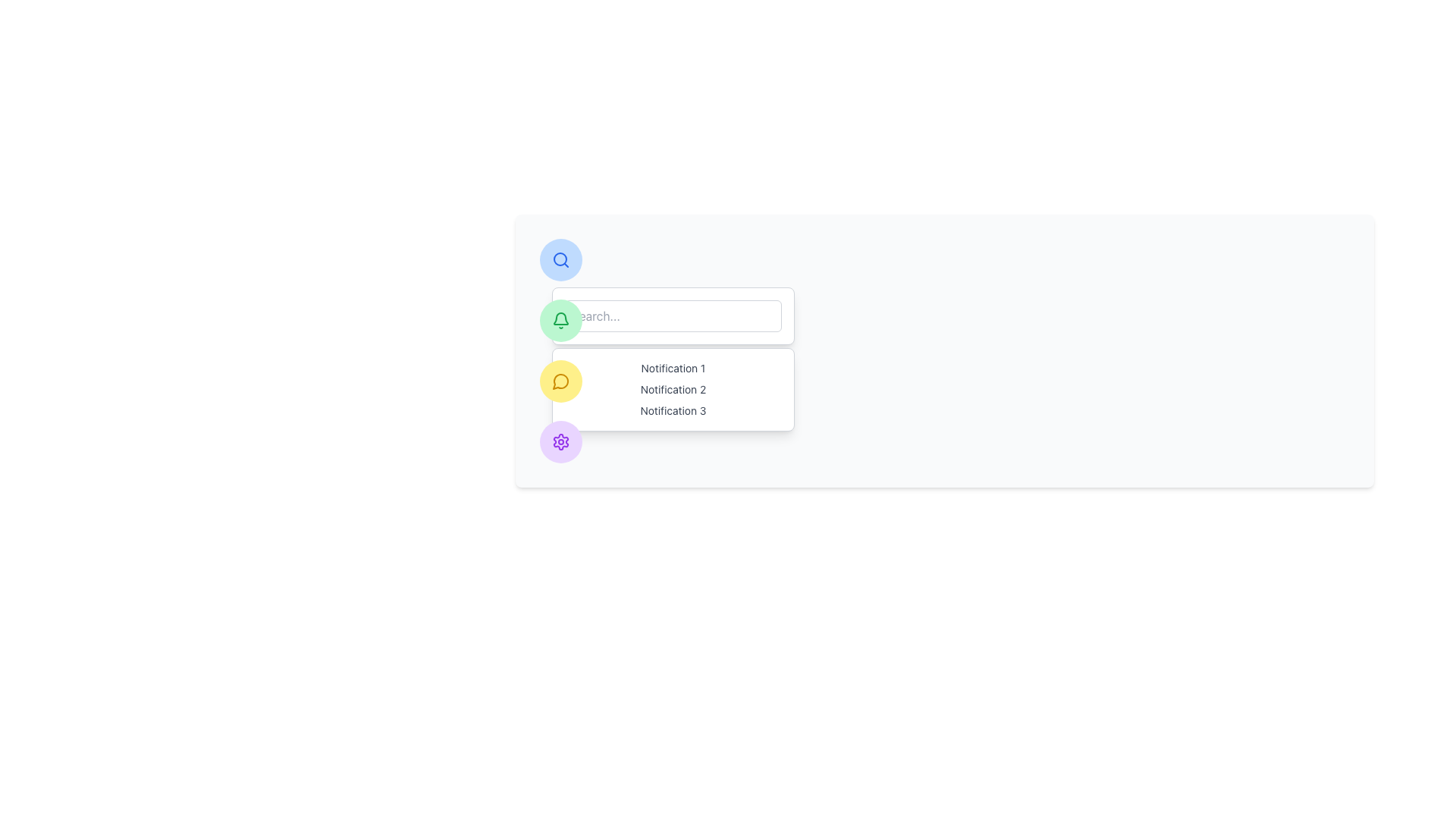 The image size is (1456, 819). Describe the element at coordinates (560, 441) in the screenshot. I see `the purple cogwheel icon located at the bottom right corner of the interface` at that location.